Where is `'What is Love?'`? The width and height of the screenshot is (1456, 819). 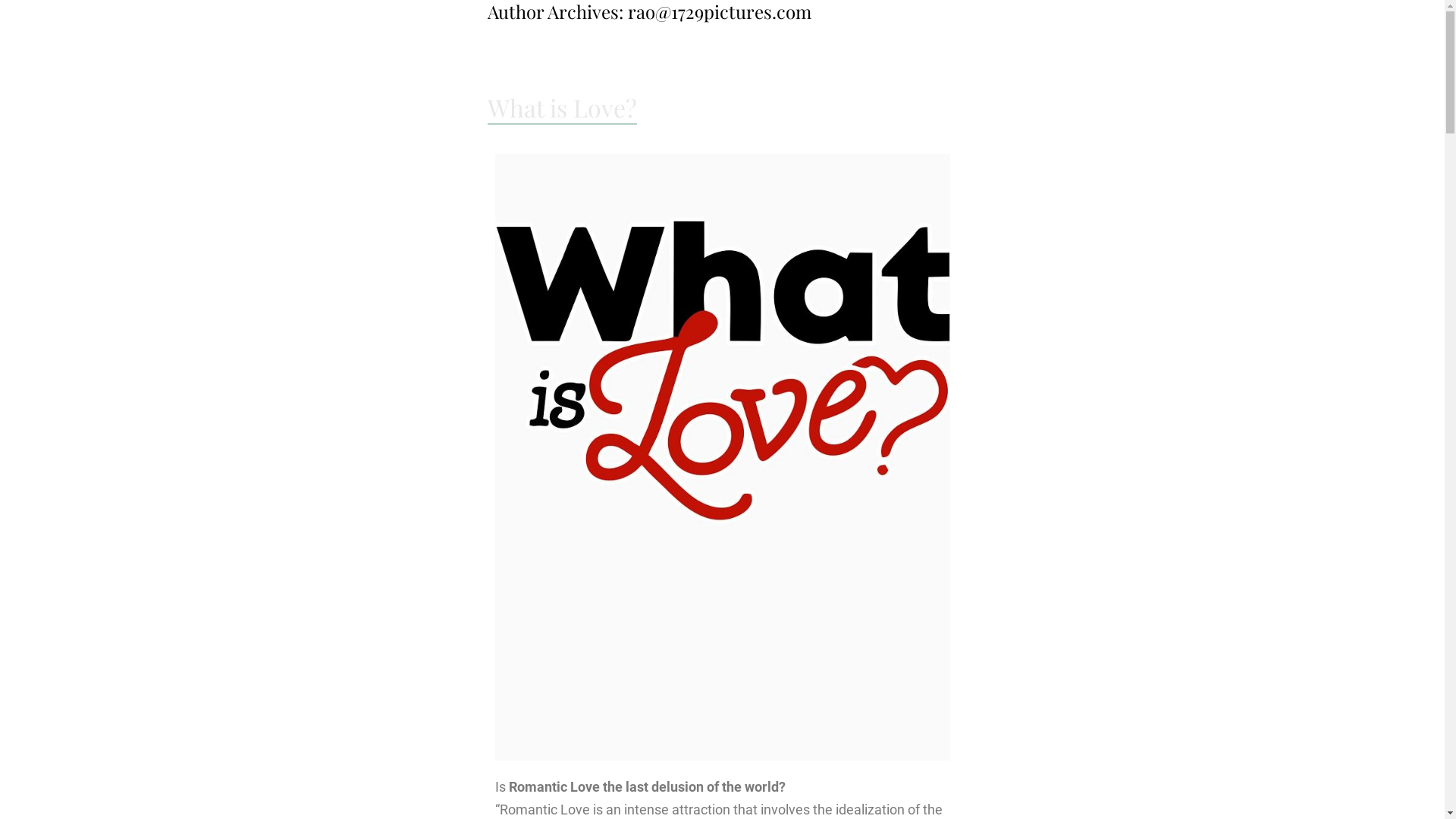
'What is Love?' is located at coordinates (560, 107).